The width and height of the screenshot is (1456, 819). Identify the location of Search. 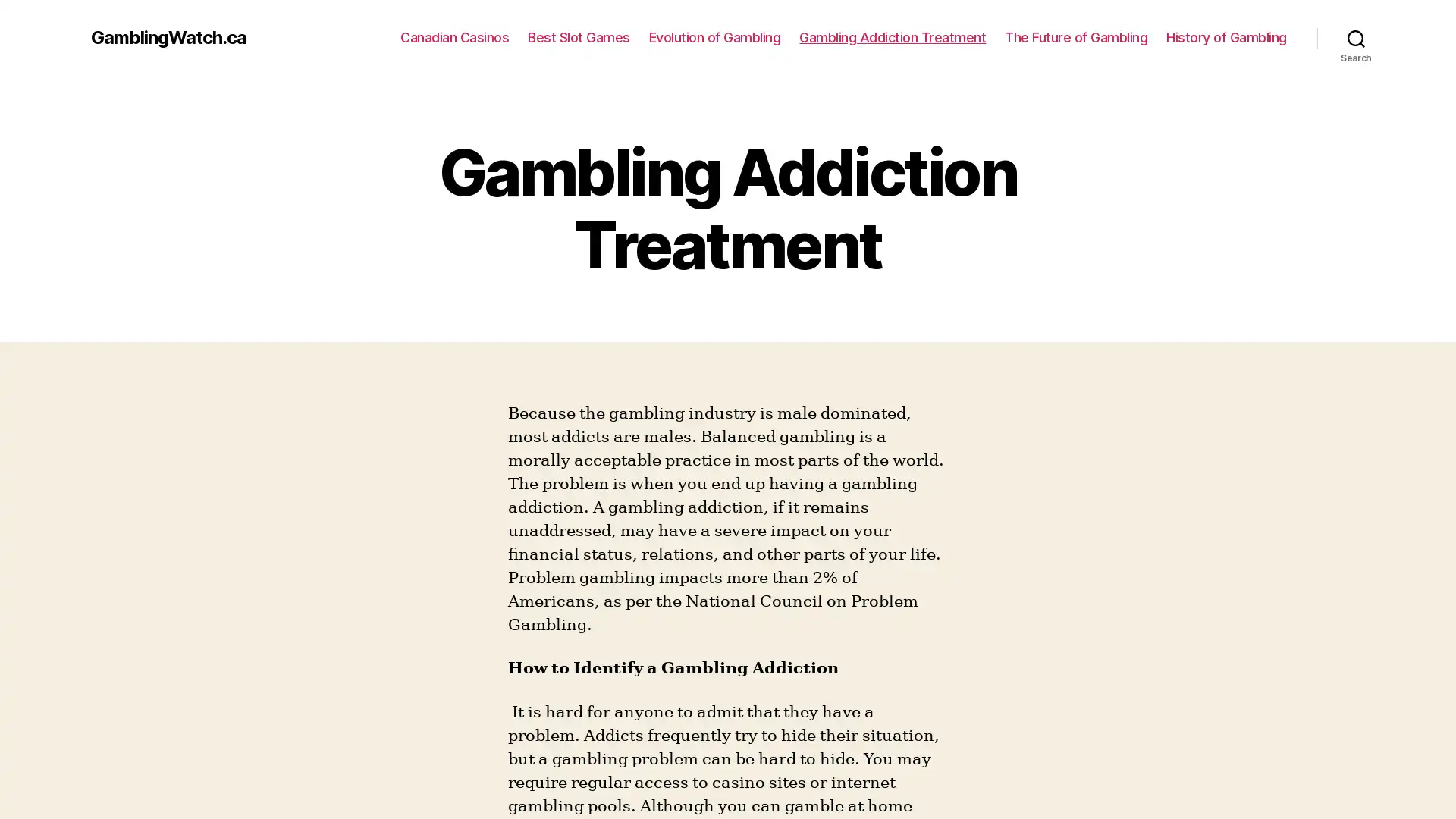
(1356, 37).